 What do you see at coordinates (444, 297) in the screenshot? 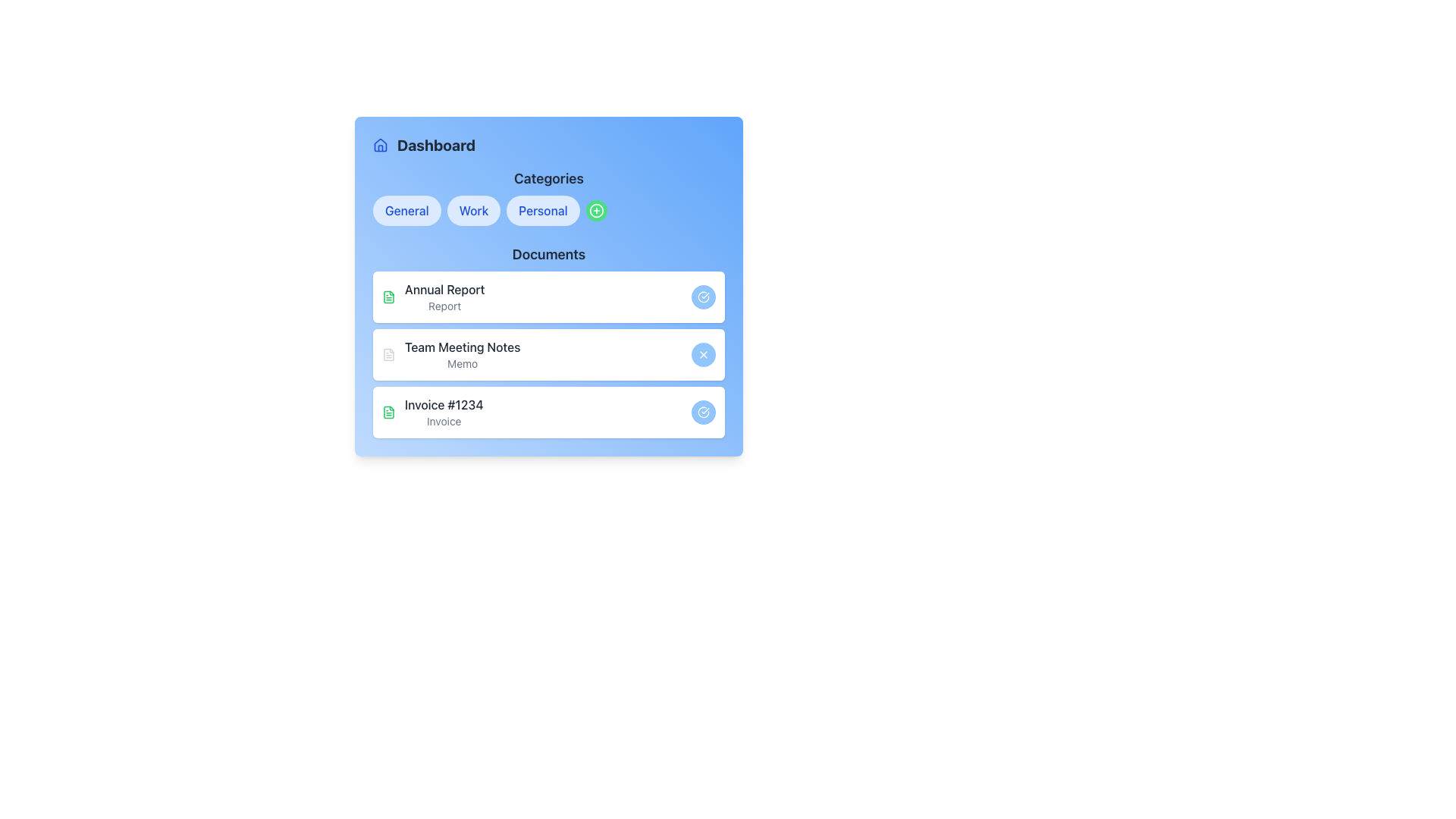
I see `the 'Annual Report' text label, which is part of the first entry in the 'Documents' section, characterized by its bold font and distinct white background with a green icon` at bounding box center [444, 297].